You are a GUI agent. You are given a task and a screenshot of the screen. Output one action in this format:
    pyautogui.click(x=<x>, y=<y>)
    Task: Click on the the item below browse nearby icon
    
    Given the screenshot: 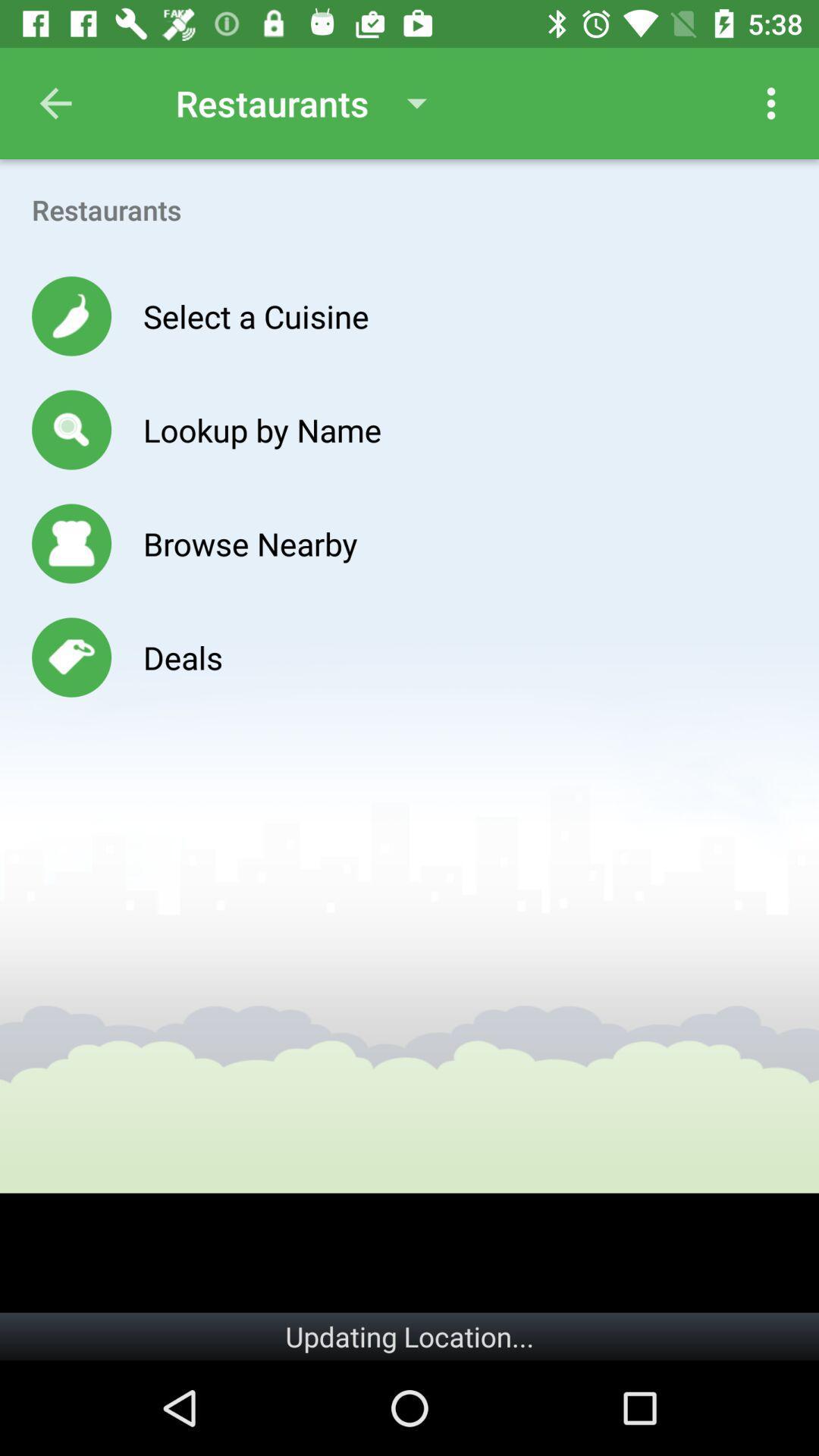 What is the action you would take?
    pyautogui.click(x=182, y=657)
    